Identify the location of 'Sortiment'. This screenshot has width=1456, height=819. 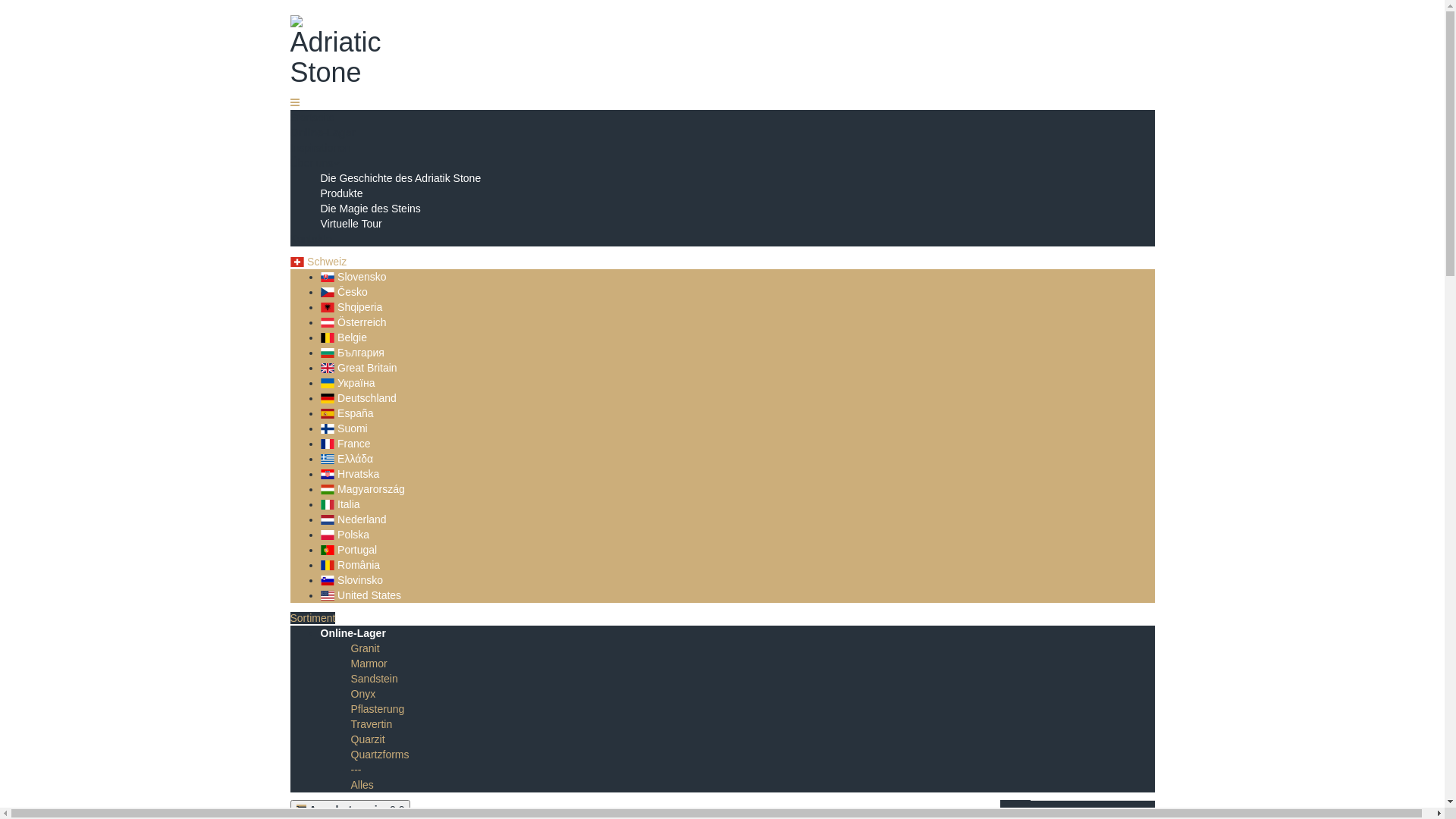
(312, 617).